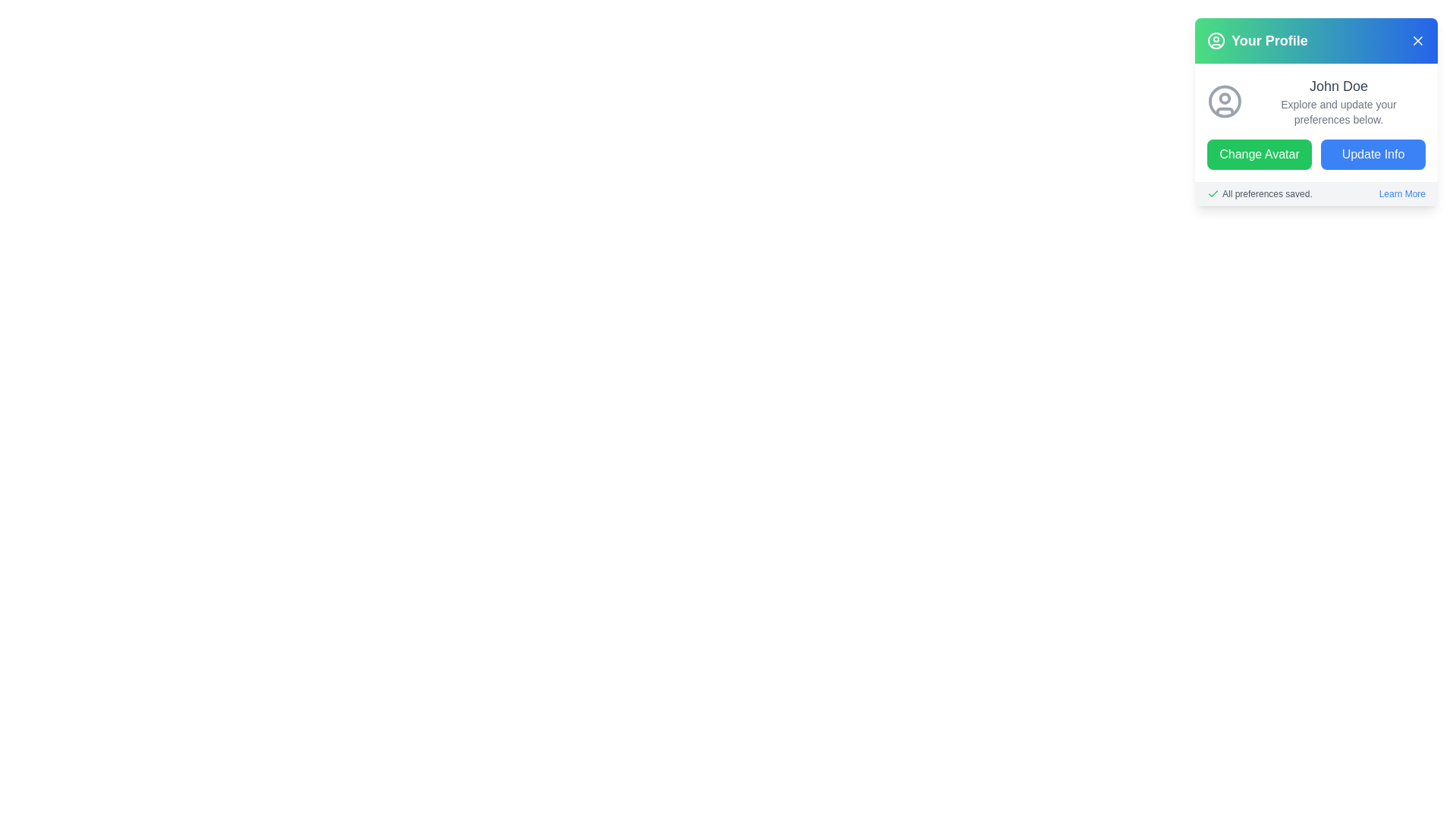 Image resolution: width=1456 pixels, height=819 pixels. What do you see at coordinates (1225, 102) in the screenshot?
I see `the SVG Circle element representing the user avatar located in the 'Your Profile' section at the top right corner of the interface` at bounding box center [1225, 102].